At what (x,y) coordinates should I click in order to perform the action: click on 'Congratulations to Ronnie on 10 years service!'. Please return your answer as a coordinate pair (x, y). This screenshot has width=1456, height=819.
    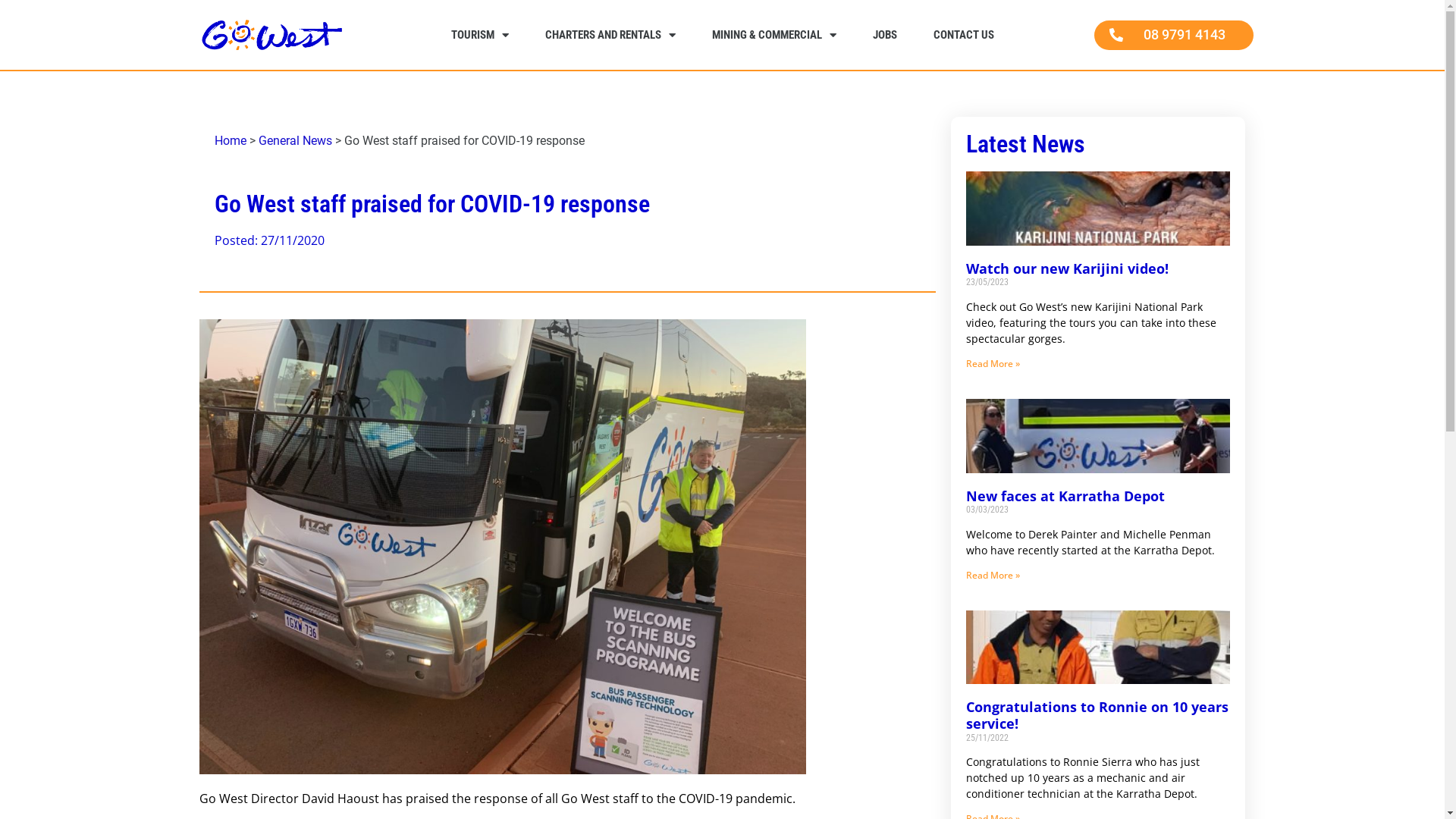
    Looking at the image, I should click on (1097, 714).